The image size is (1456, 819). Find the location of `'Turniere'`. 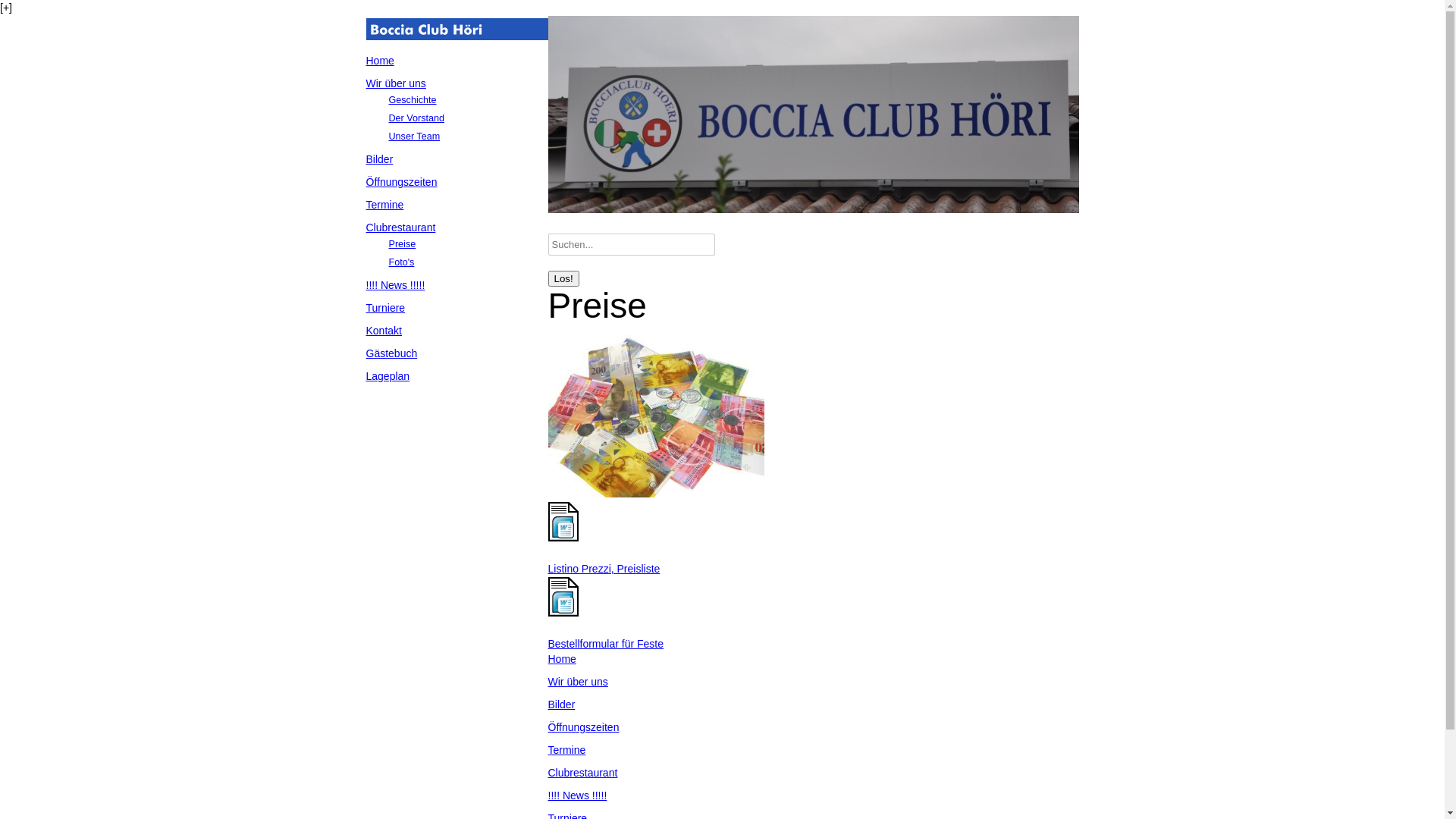

'Turniere' is located at coordinates (385, 307).